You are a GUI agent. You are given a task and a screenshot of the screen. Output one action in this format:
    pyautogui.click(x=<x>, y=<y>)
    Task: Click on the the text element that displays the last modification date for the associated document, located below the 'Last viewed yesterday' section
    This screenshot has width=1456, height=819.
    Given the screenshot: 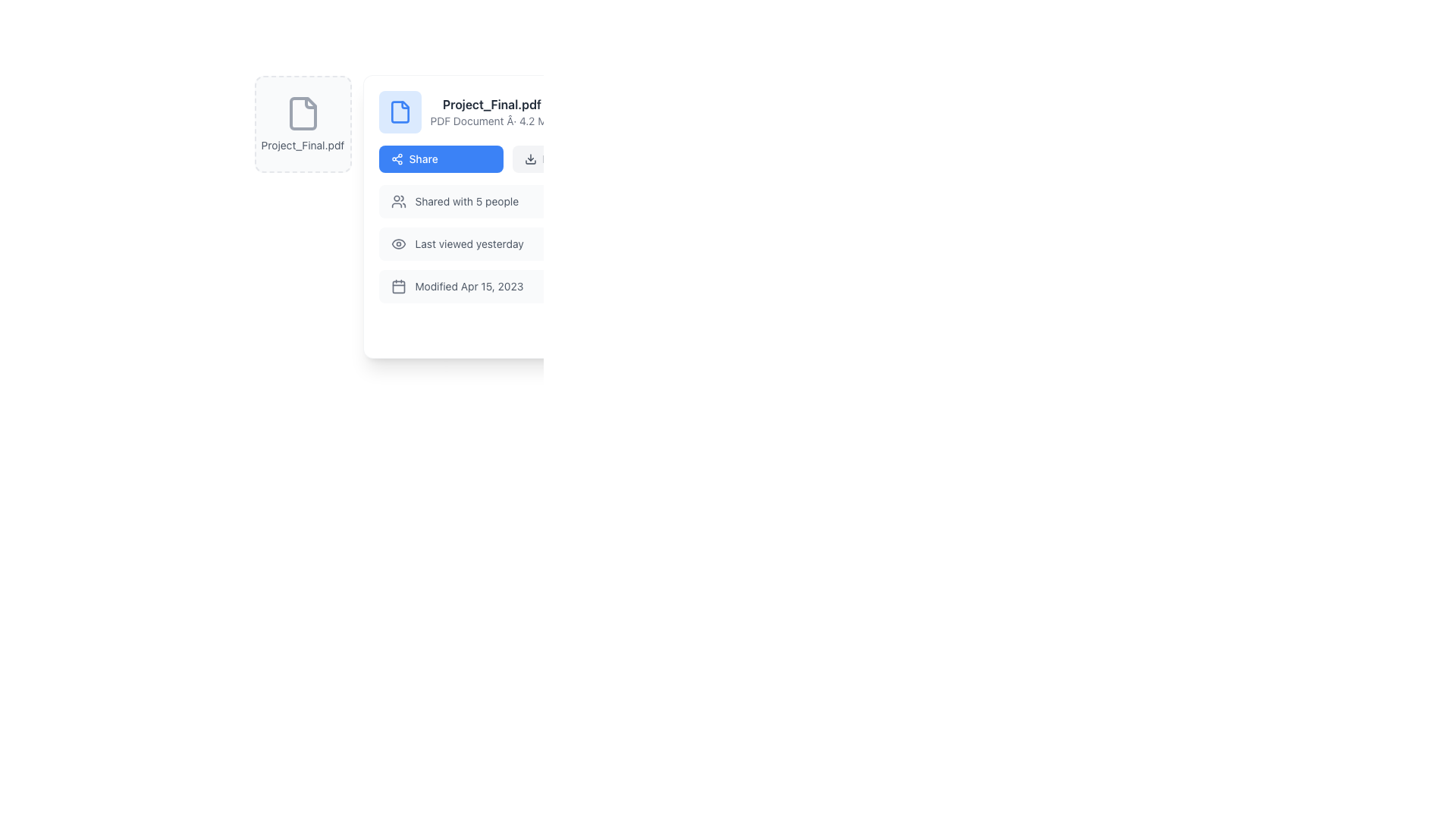 What is the action you would take?
    pyautogui.click(x=507, y=287)
    